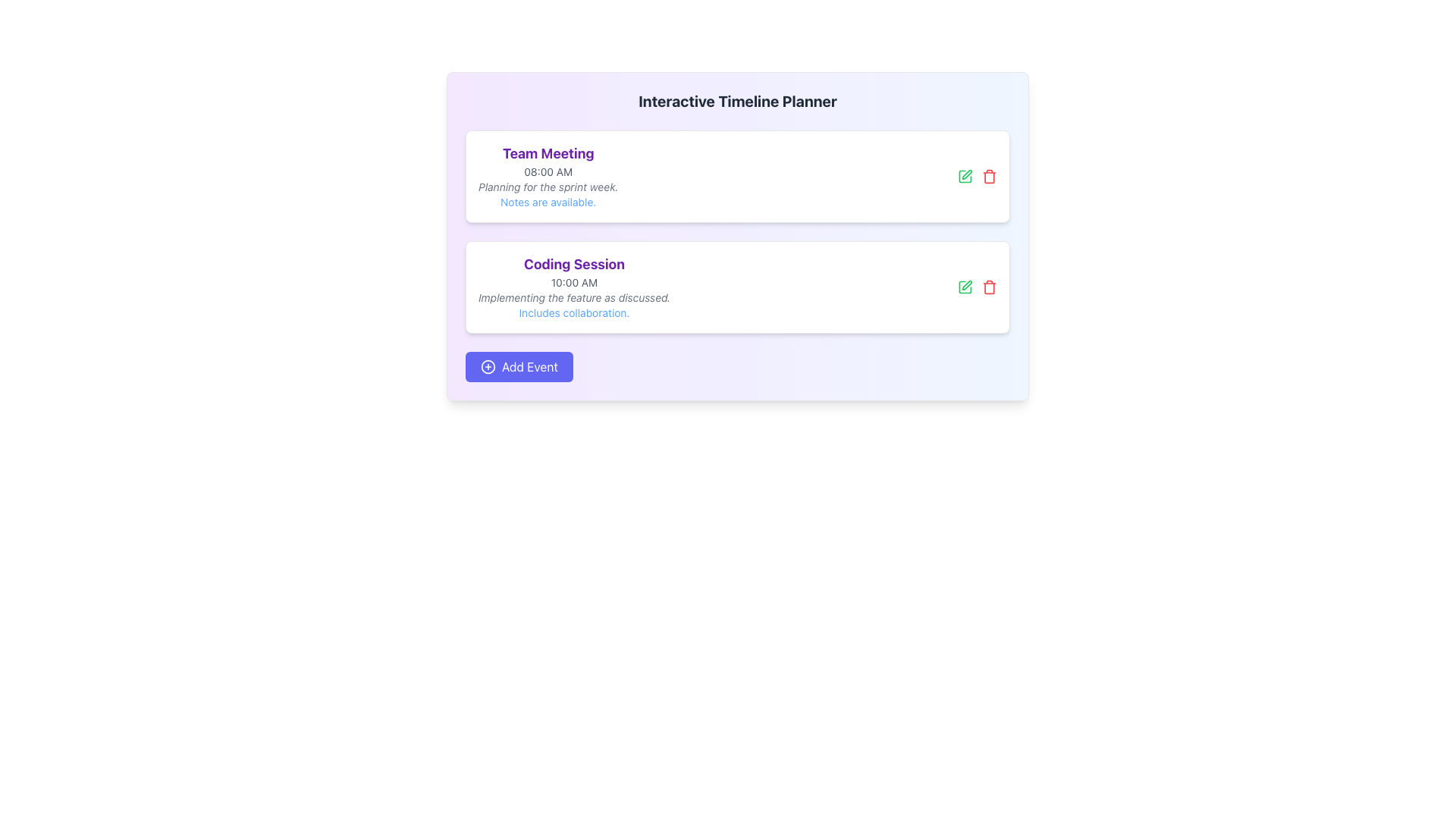 This screenshot has height=819, width=1456. What do you see at coordinates (977, 175) in the screenshot?
I see `the control panel icon group in the top-right corner of the 'Team Meeting' event card in the 'Interactive Timeline Planner' interface` at bounding box center [977, 175].